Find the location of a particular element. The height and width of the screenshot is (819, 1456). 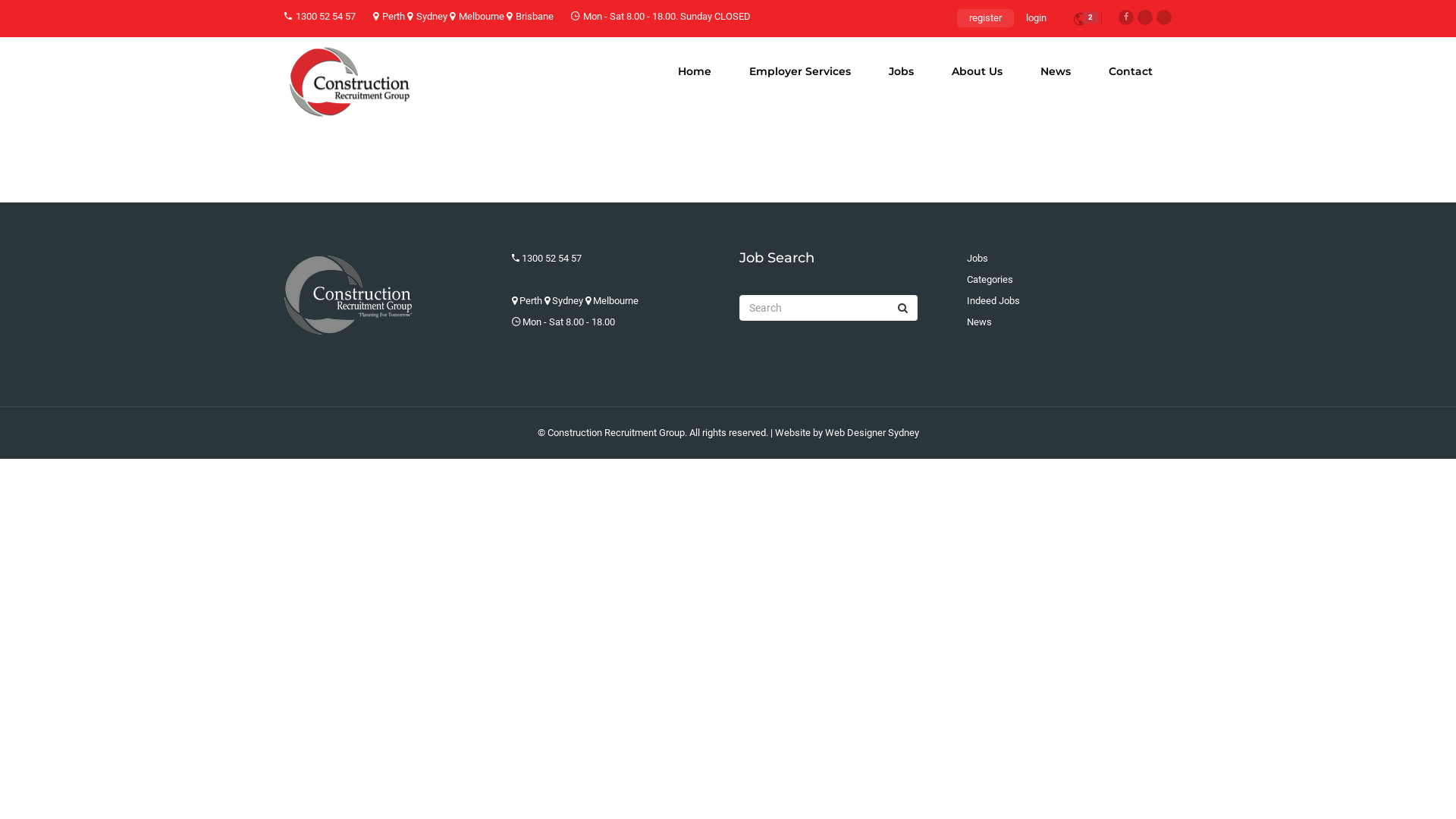

'Linkedin' is located at coordinates (1163, 17).